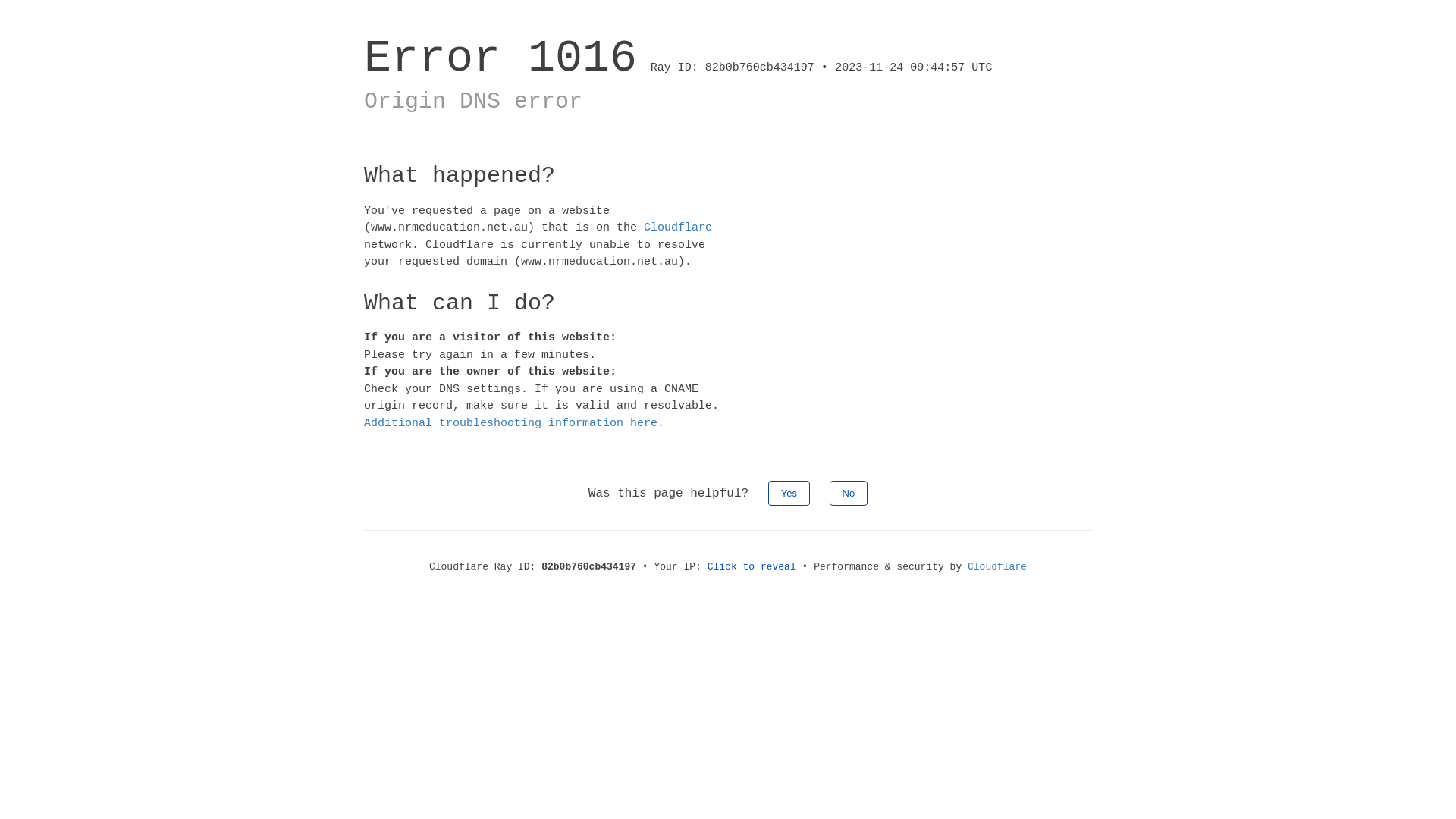  What do you see at coordinates (997, 566) in the screenshot?
I see `'Cloudflare'` at bounding box center [997, 566].